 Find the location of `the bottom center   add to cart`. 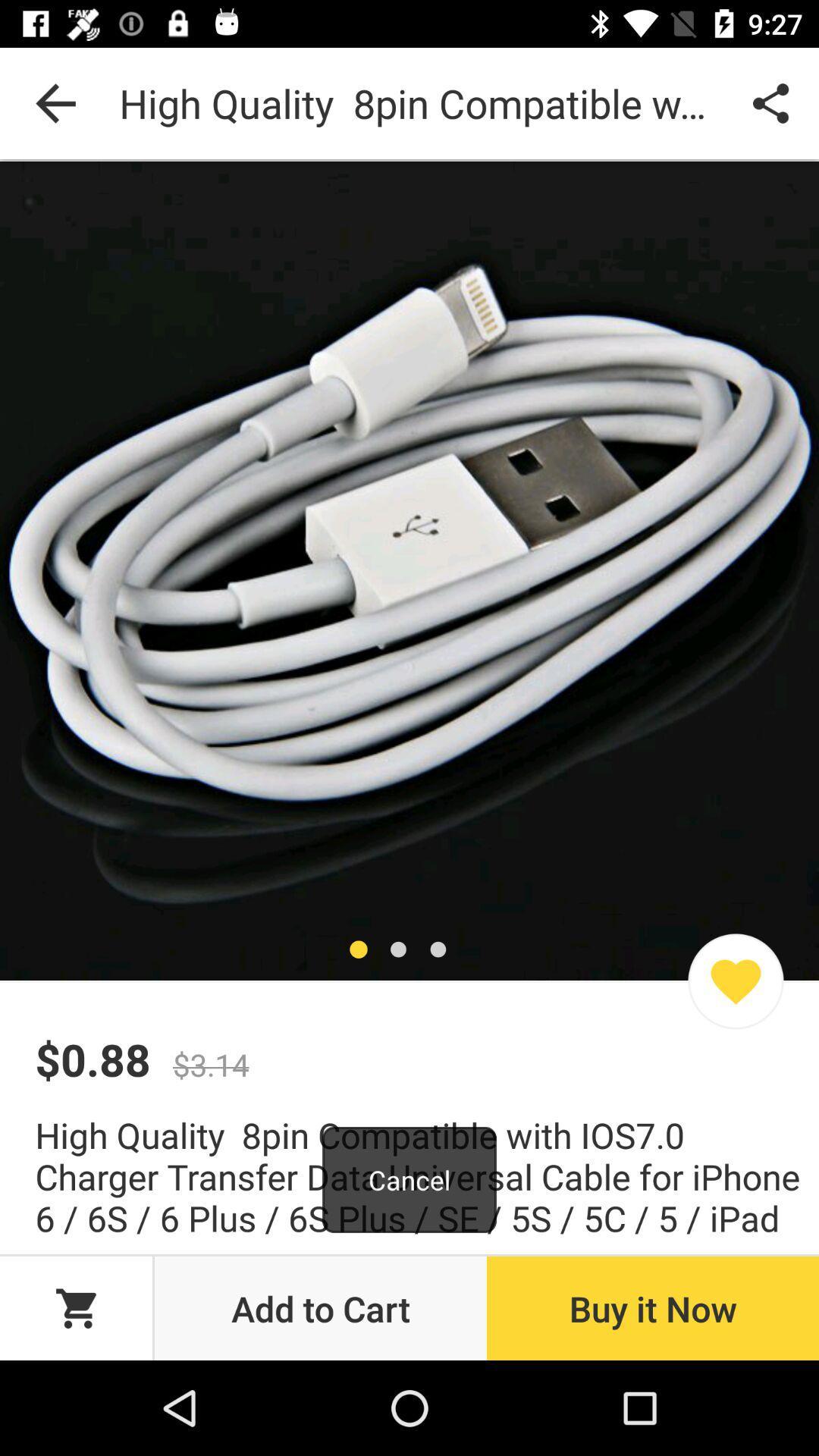

the bottom center   add to cart is located at coordinates (320, 1307).